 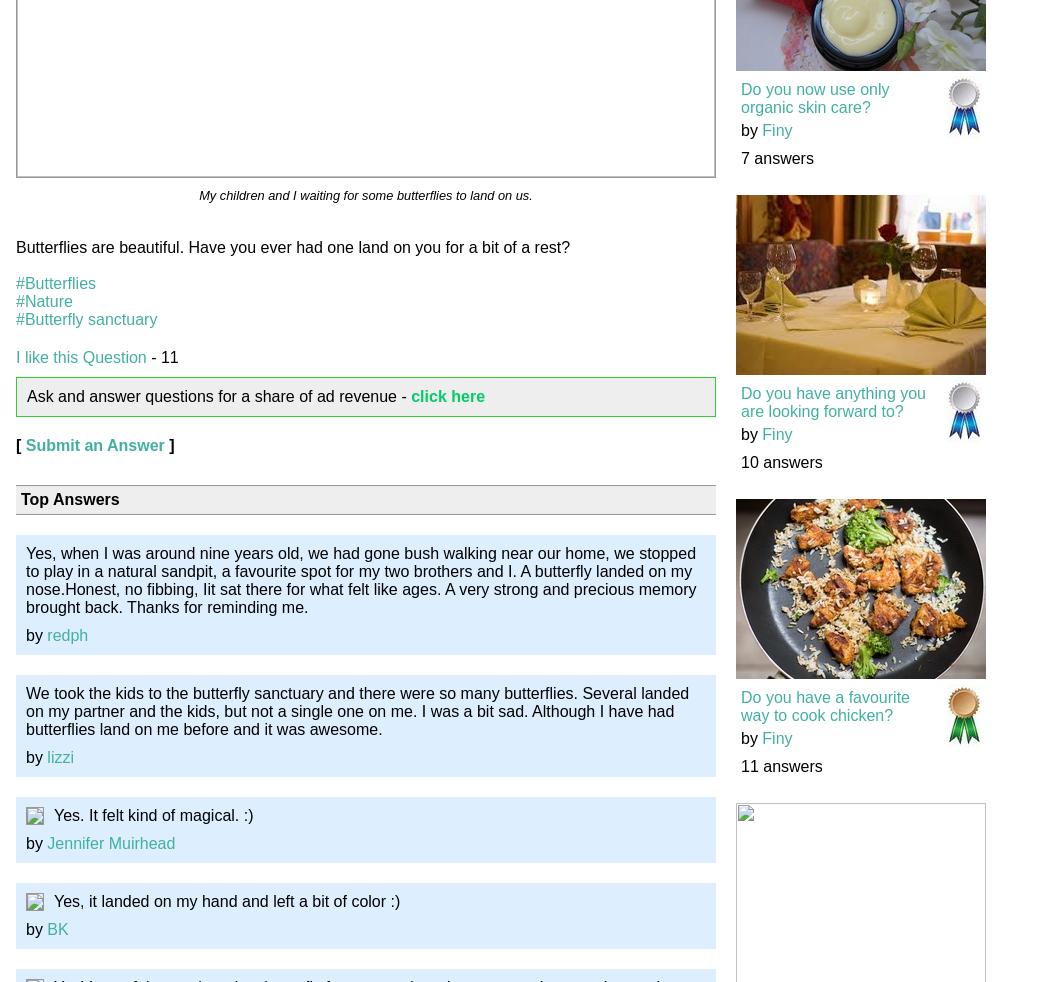 What do you see at coordinates (218, 395) in the screenshot?
I see `'Ask and answer questions for a share of ad revenue -'` at bounding box center [218, 395].